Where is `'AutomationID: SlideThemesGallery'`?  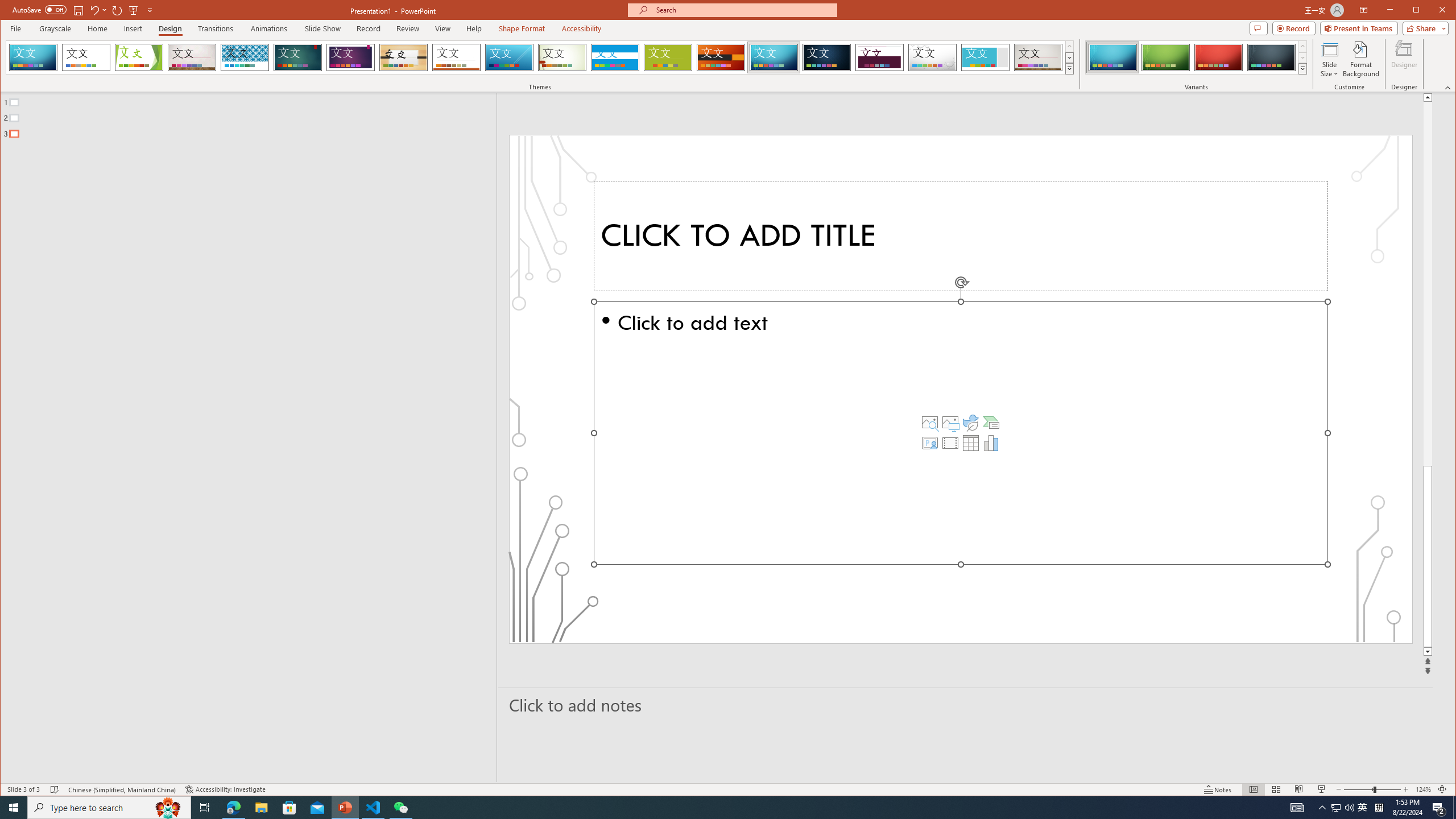 'AutomationID: SlideThemesGallery' is located at coordinates (540, 56).